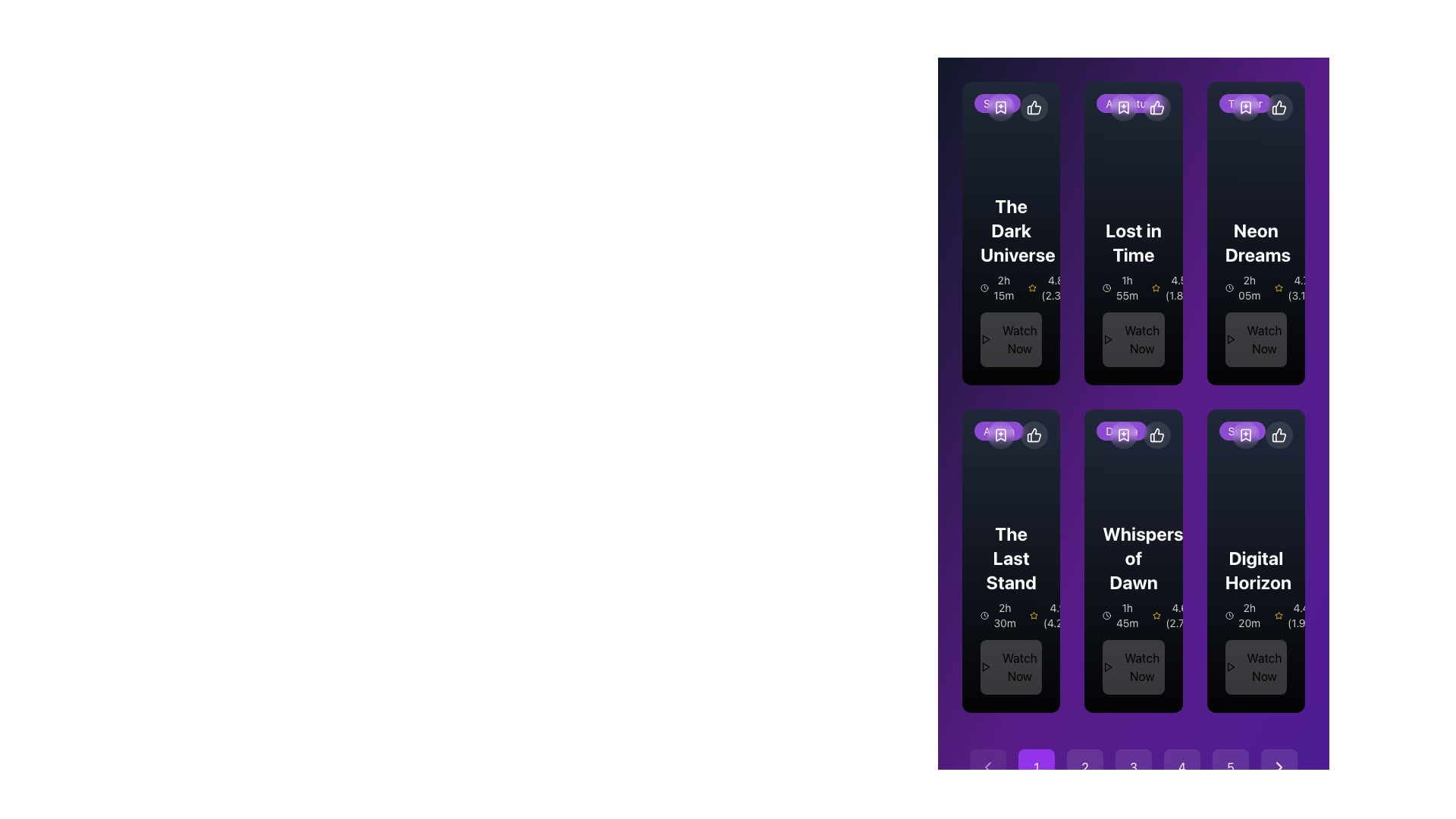  What do you see at coordinates (987, 767) in the screenshot?
I see `the Chevron style Icon button located in the bottom-left corner of the page` at bounding box center [987, 767].